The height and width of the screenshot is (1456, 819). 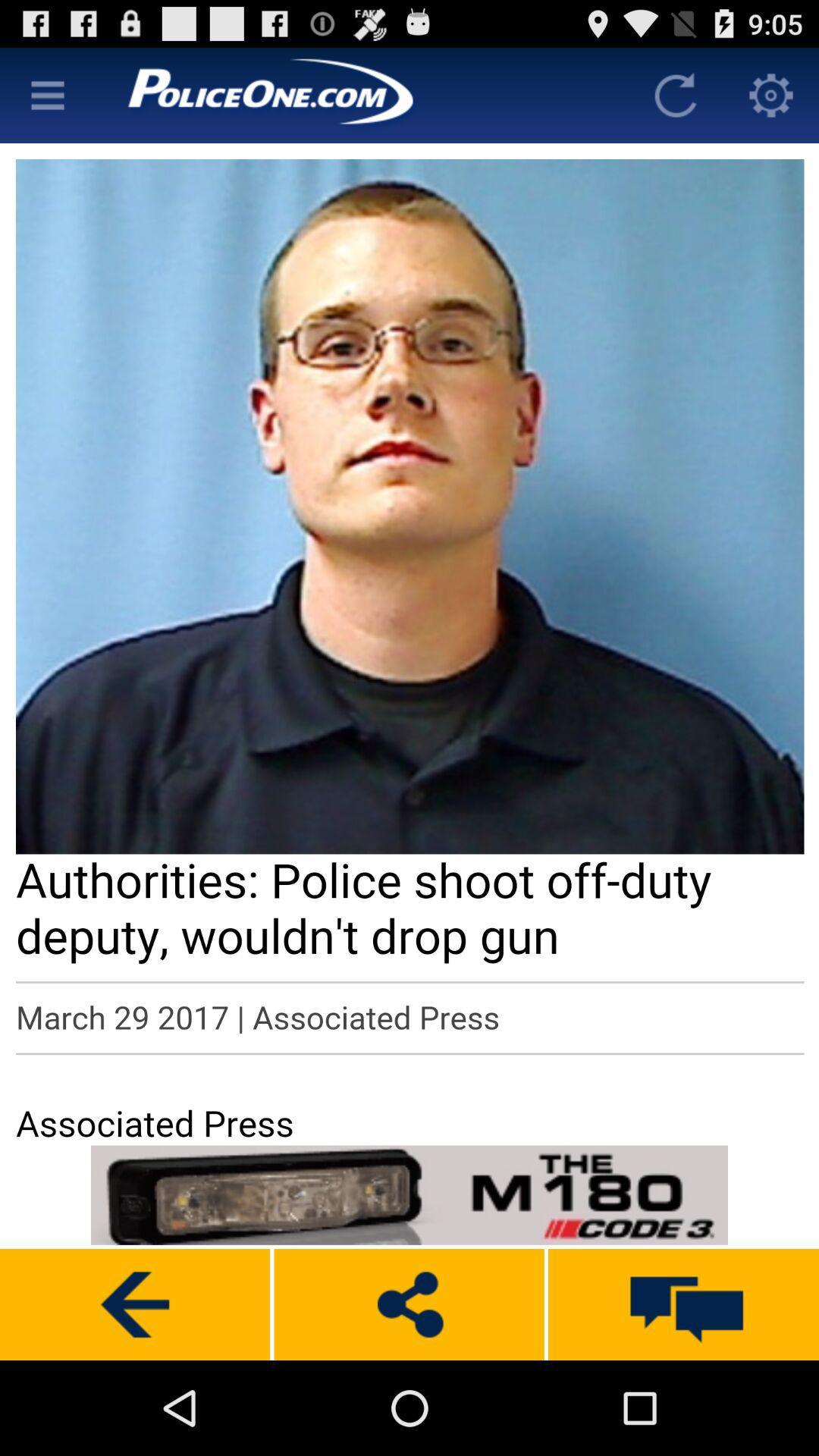 I want to click on massage box, so click(x=683, y=1304).